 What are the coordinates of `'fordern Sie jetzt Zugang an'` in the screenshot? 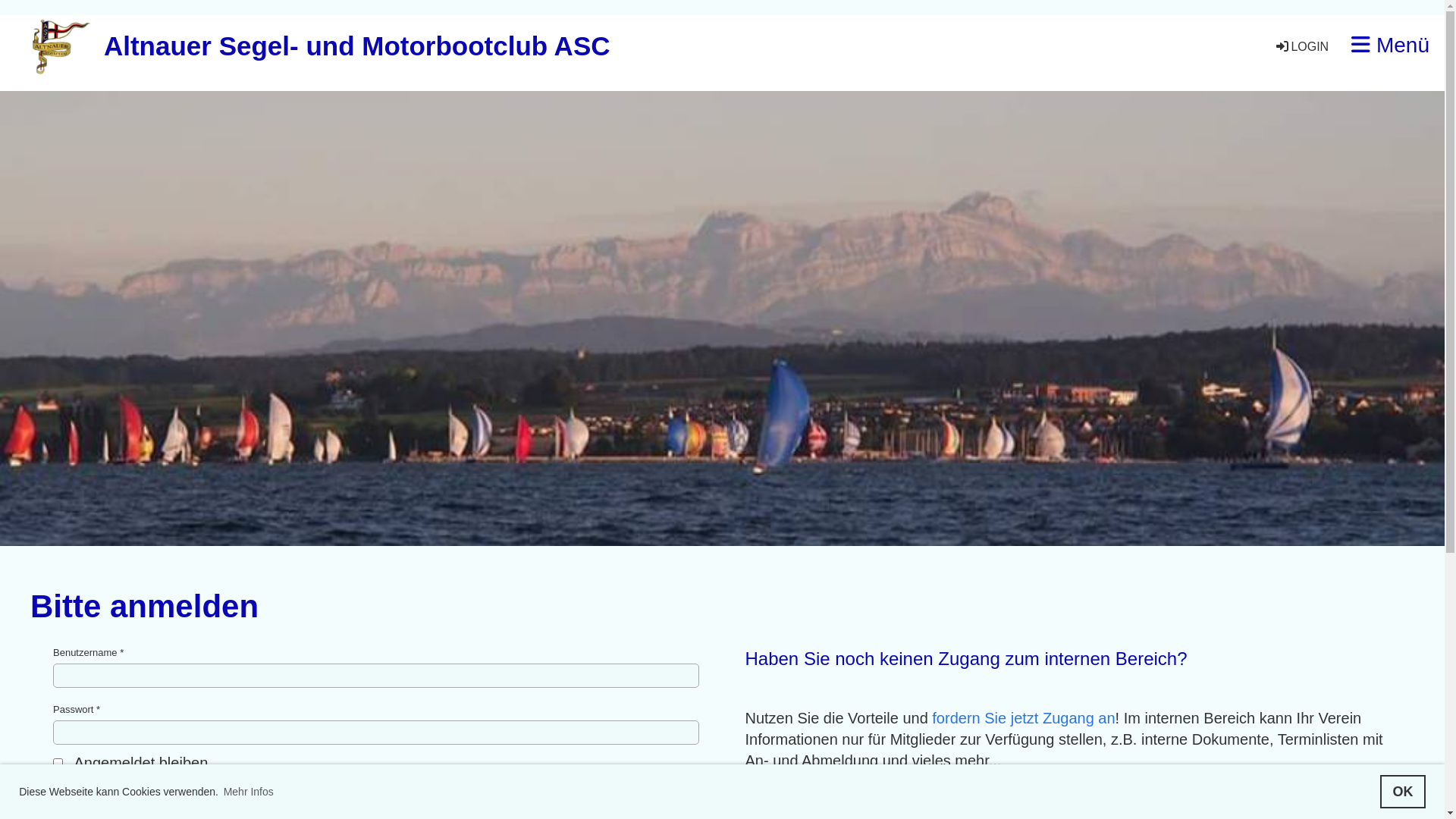 It's located at (1023, 717).